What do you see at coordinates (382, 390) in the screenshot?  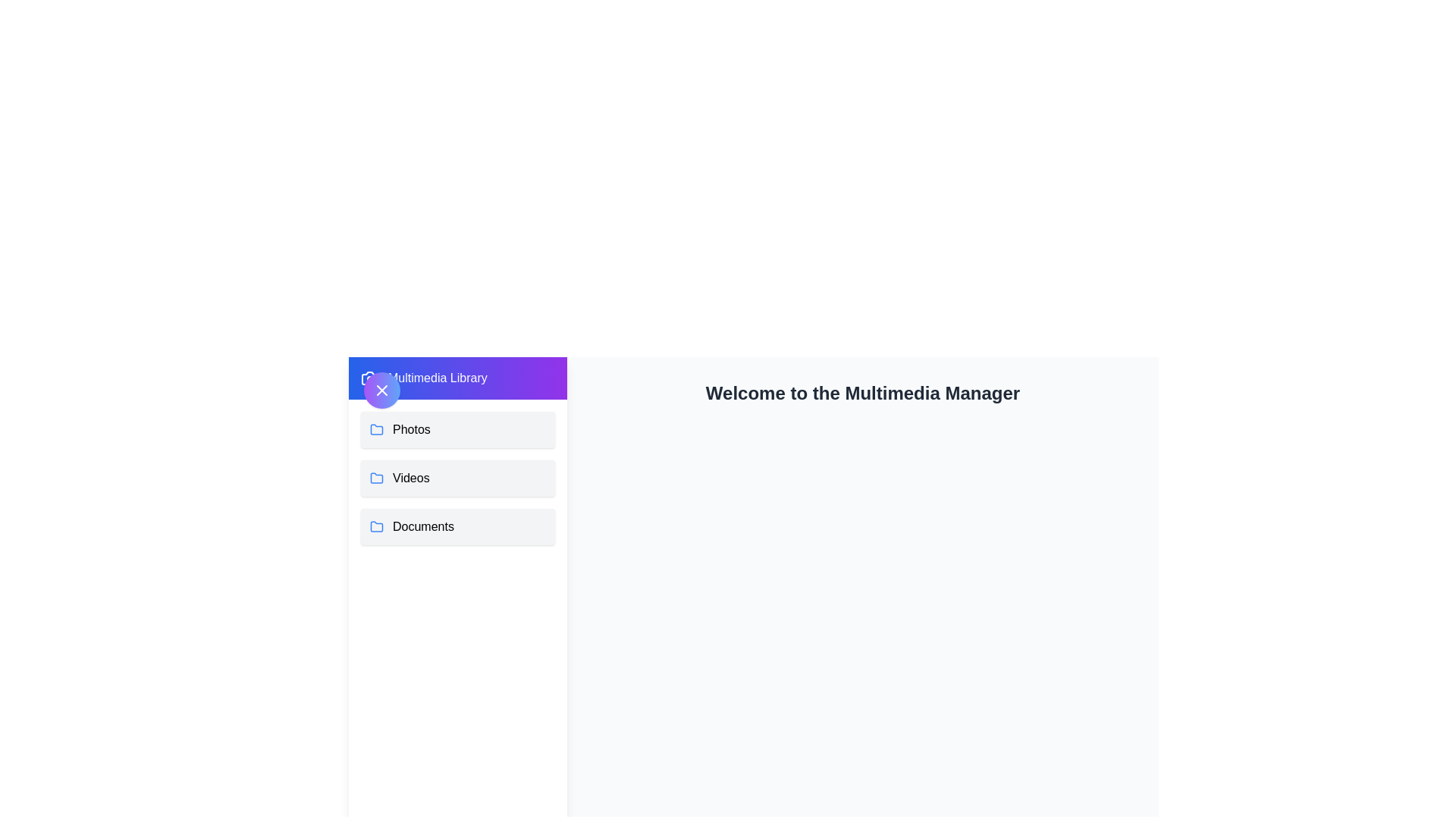 I see `the toggle button in the top-left corner to toggle the drawer state` at bounding box center [382, 390].